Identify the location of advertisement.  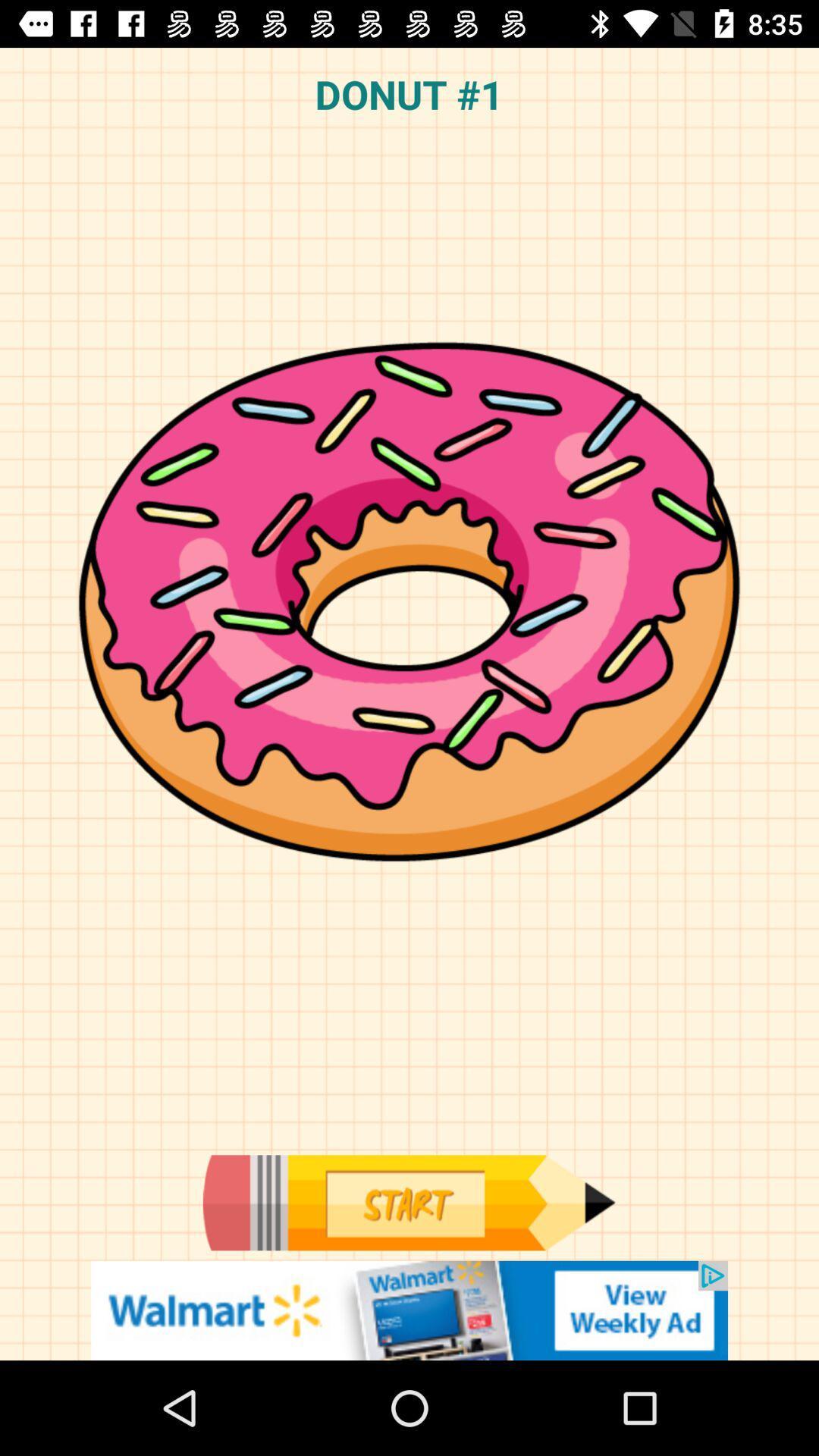
(409, 1310).